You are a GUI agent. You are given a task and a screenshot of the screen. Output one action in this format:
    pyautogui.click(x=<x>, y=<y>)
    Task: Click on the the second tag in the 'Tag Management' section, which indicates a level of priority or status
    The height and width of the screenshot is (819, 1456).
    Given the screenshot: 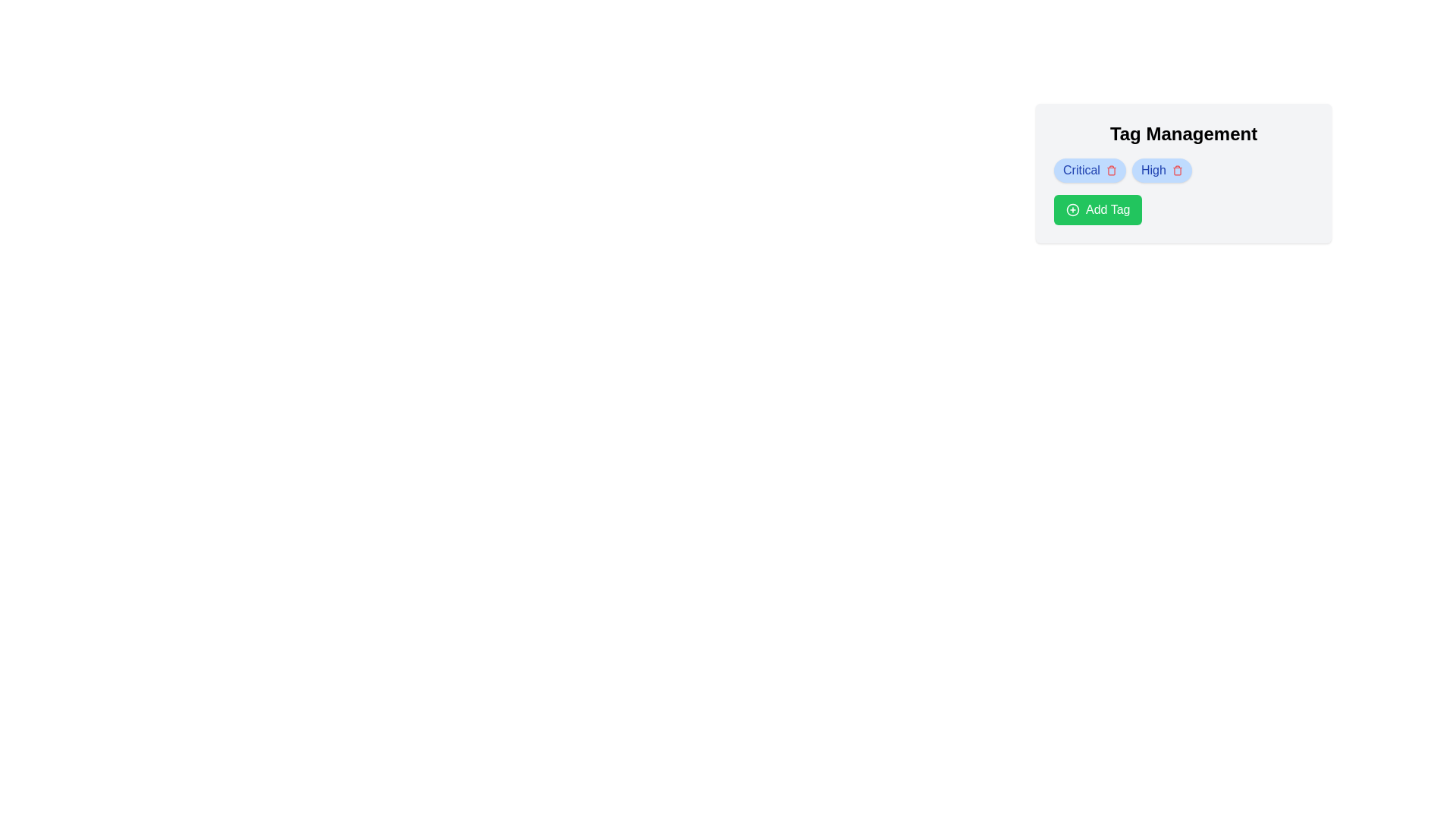 What is the action you would take?
    pyautogui.click(x=1153, y=170)
    